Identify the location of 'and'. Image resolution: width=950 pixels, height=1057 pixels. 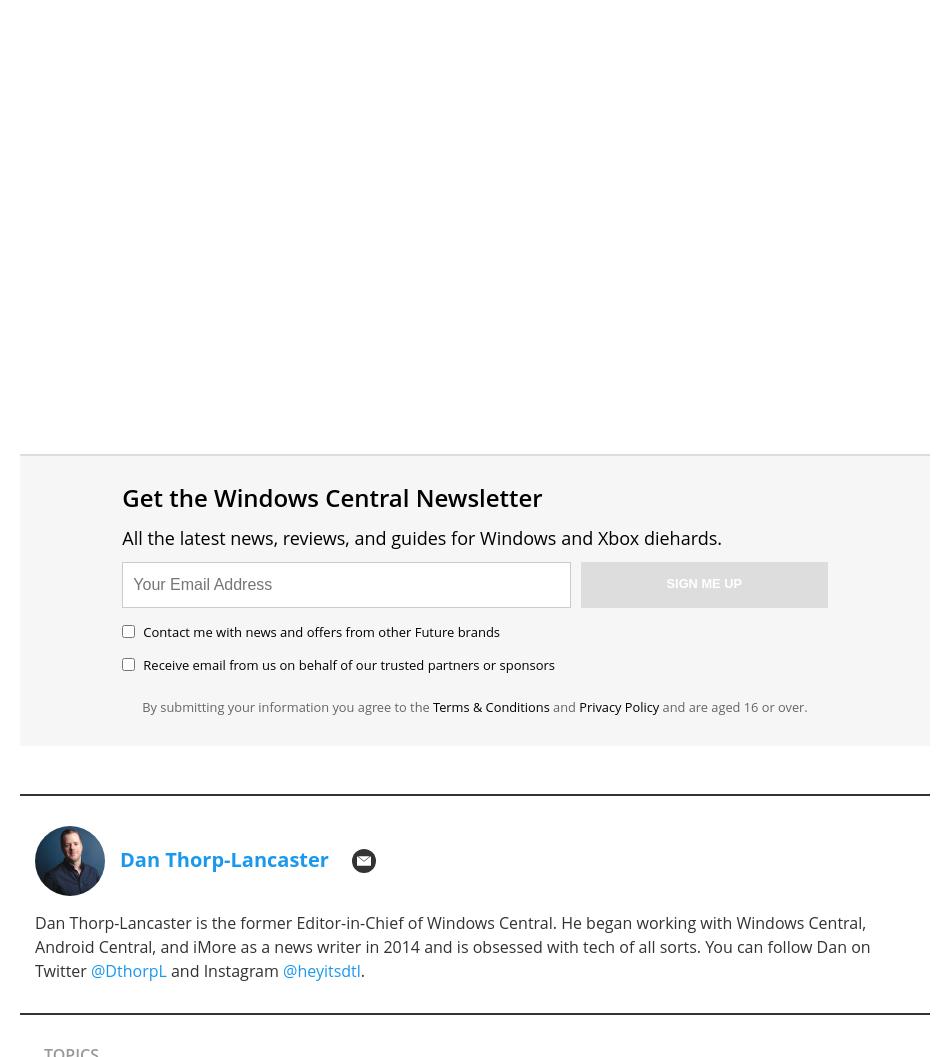
(564, 704).